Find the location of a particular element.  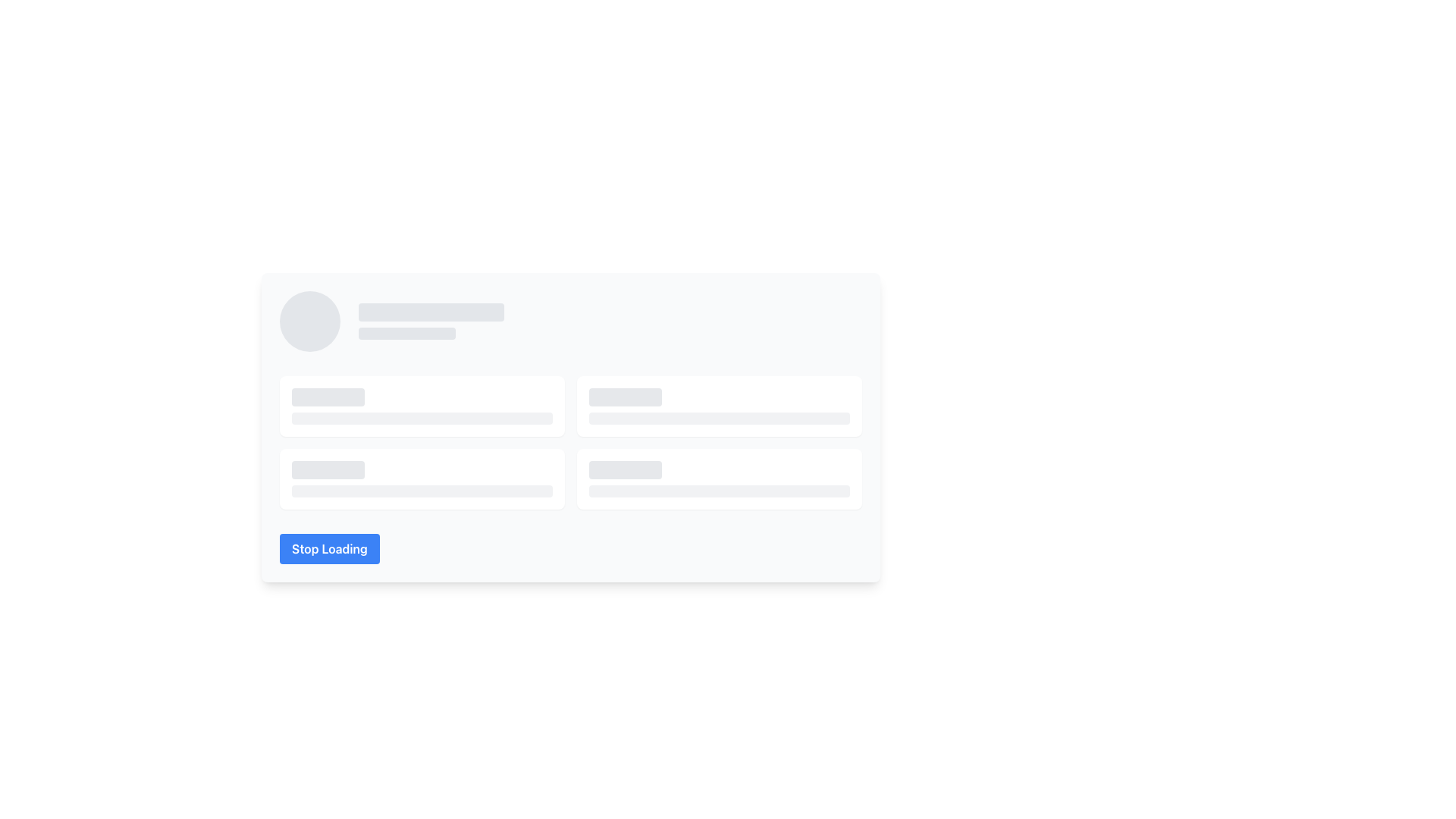

the loading placeholder element located within a white card, positioned below a shorter sibling placeholder, indicating where textual content will be displayed once loading is complete is located at coordinates (422, 491).